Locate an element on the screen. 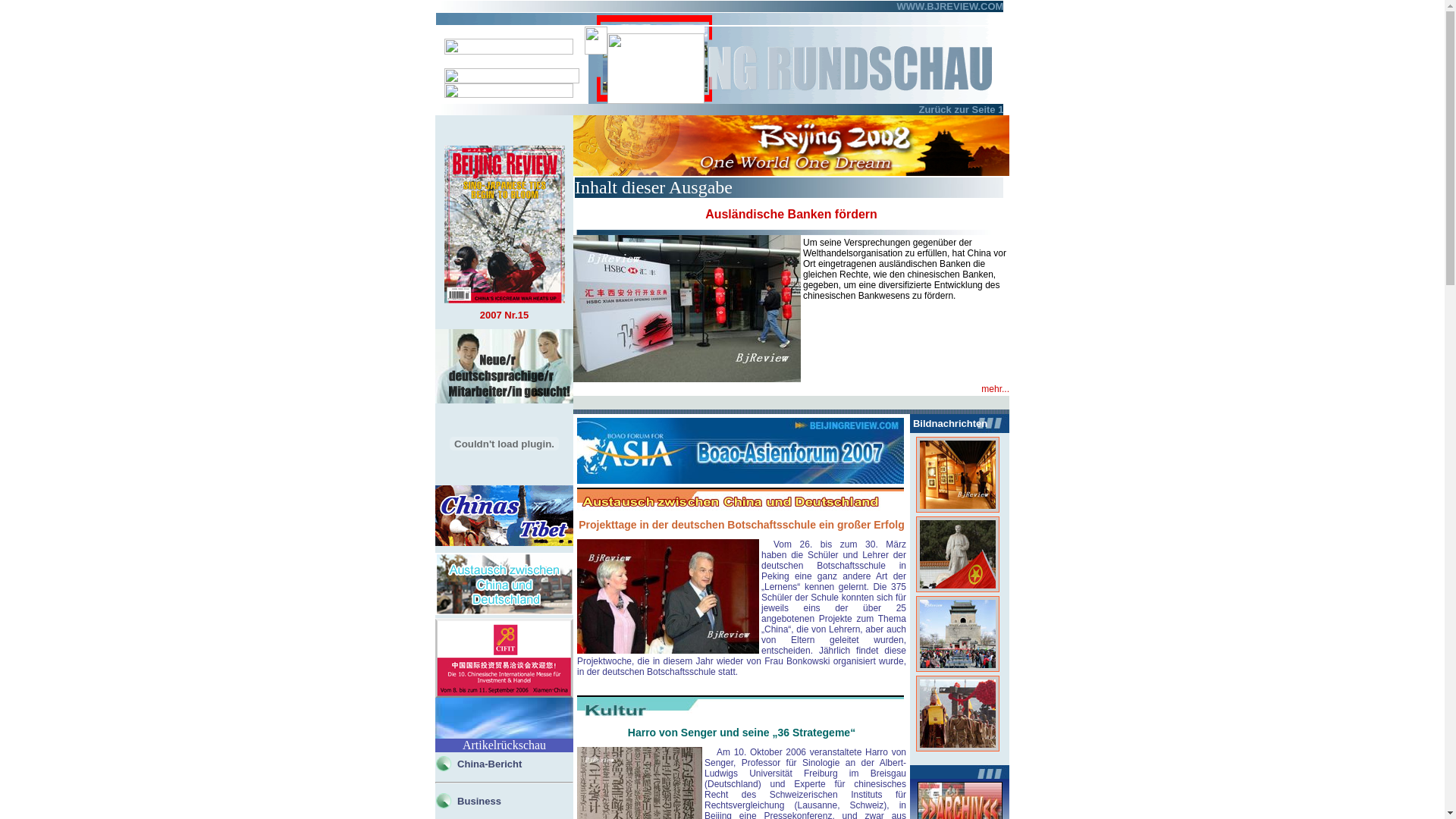 Image resolution: width=1456 pixels, height=819 pixels. 'China-Bericht' is located at coordinates (489, 763).